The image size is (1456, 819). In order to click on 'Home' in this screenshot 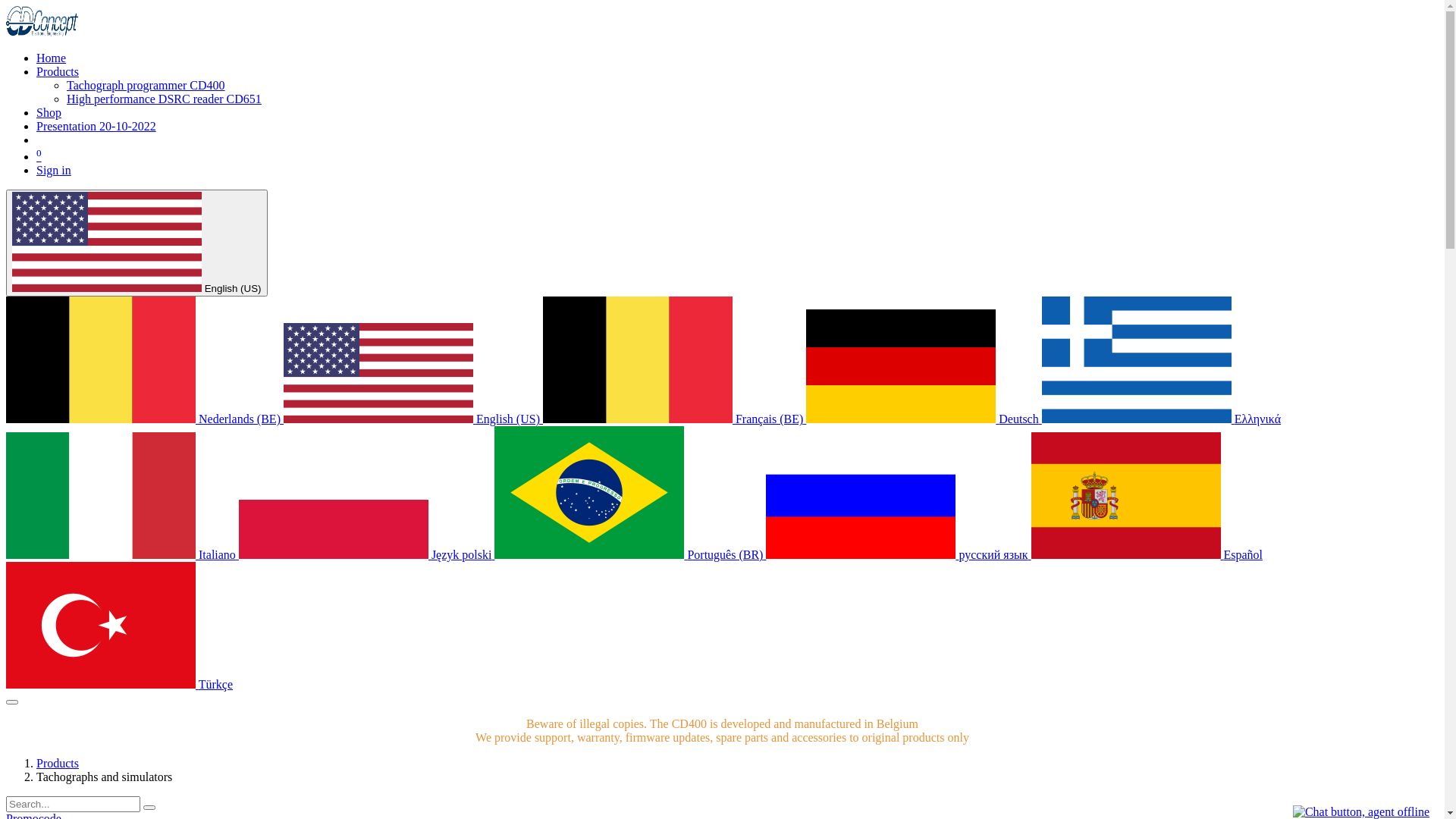, I will do `click(51, 57)`.